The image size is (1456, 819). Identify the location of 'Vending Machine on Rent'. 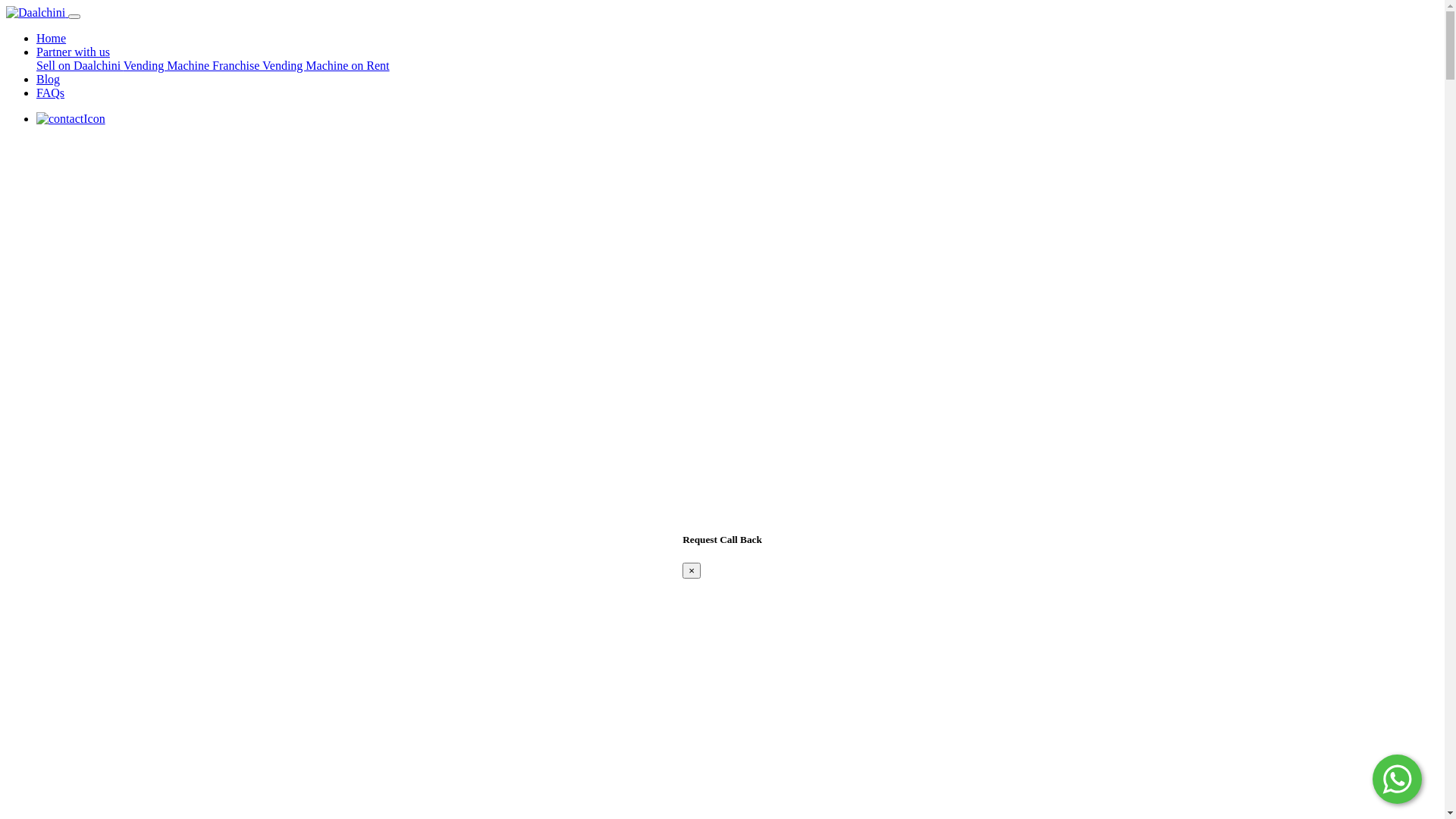
(325, 64).